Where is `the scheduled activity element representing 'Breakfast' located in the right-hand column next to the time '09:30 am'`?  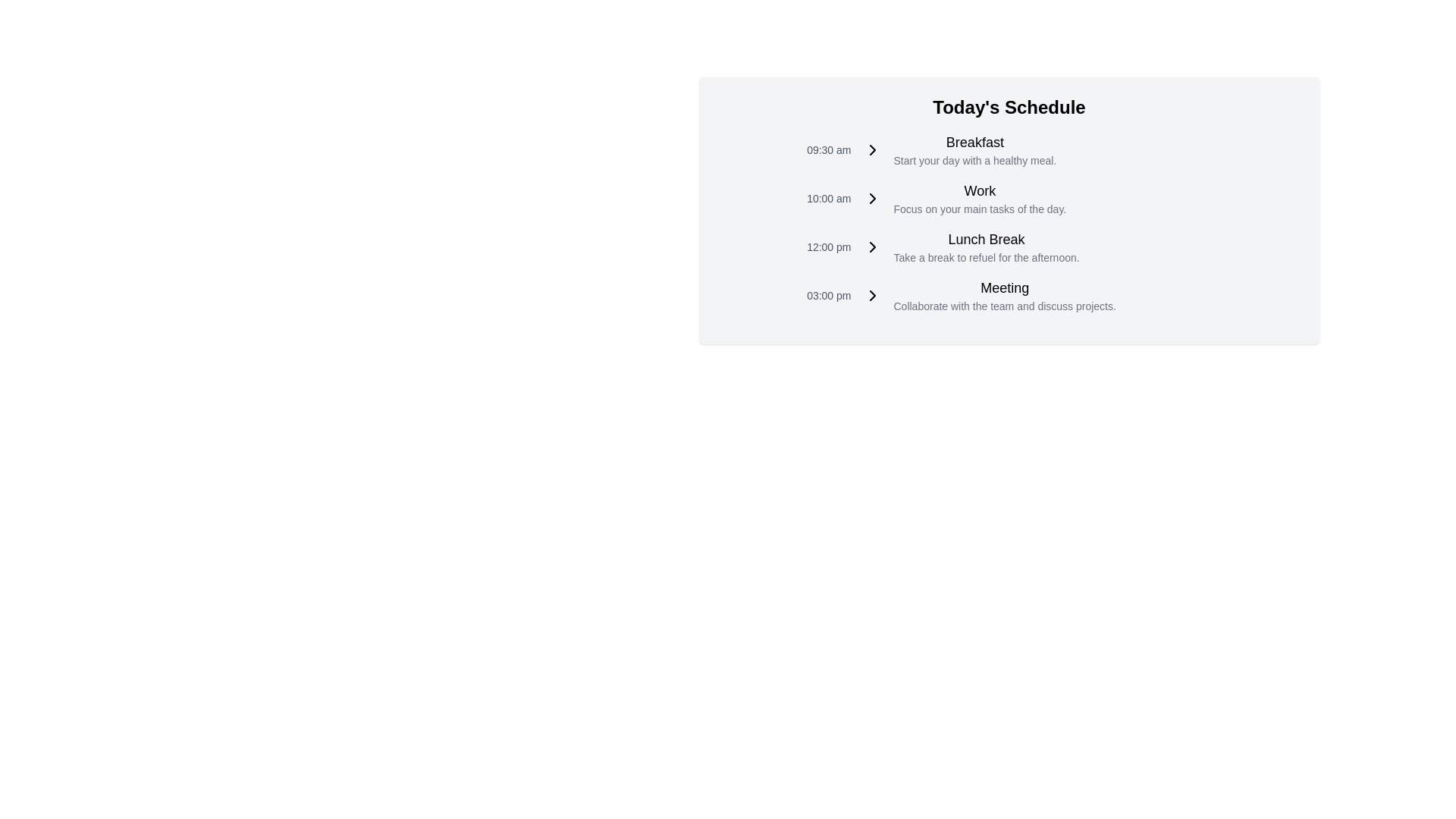
the scheduled activity element representing 'Breakfast' located in the right-hand column next to the time '09:30 am' is located at coordinates (968, 149).